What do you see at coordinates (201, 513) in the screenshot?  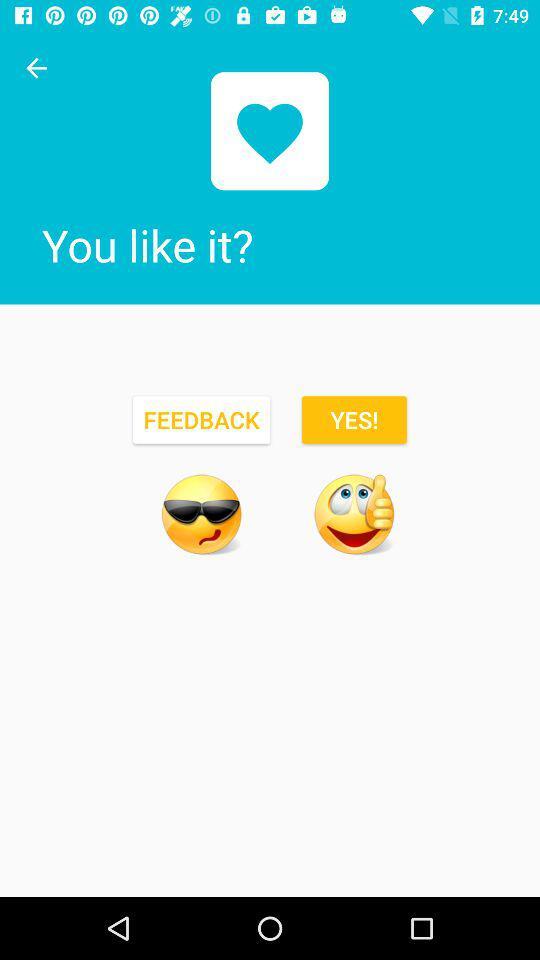 I see `emojios` at bounding box center [201, 513].